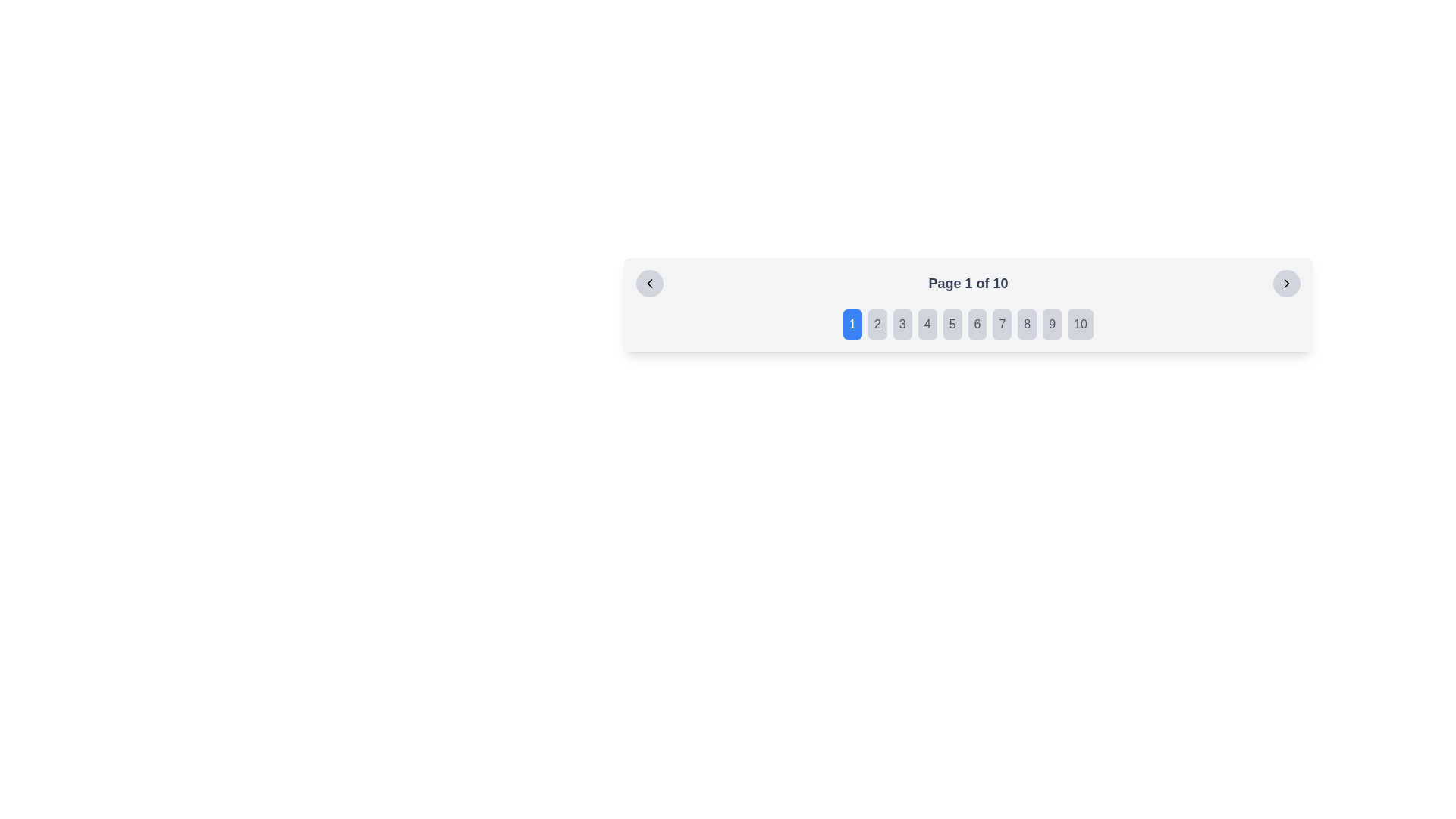 Image resolution: width=1456 pixels, height=819 pixels. I want to click on the left-facing chevron arrow located within the navigation bar, so click(650, 284).